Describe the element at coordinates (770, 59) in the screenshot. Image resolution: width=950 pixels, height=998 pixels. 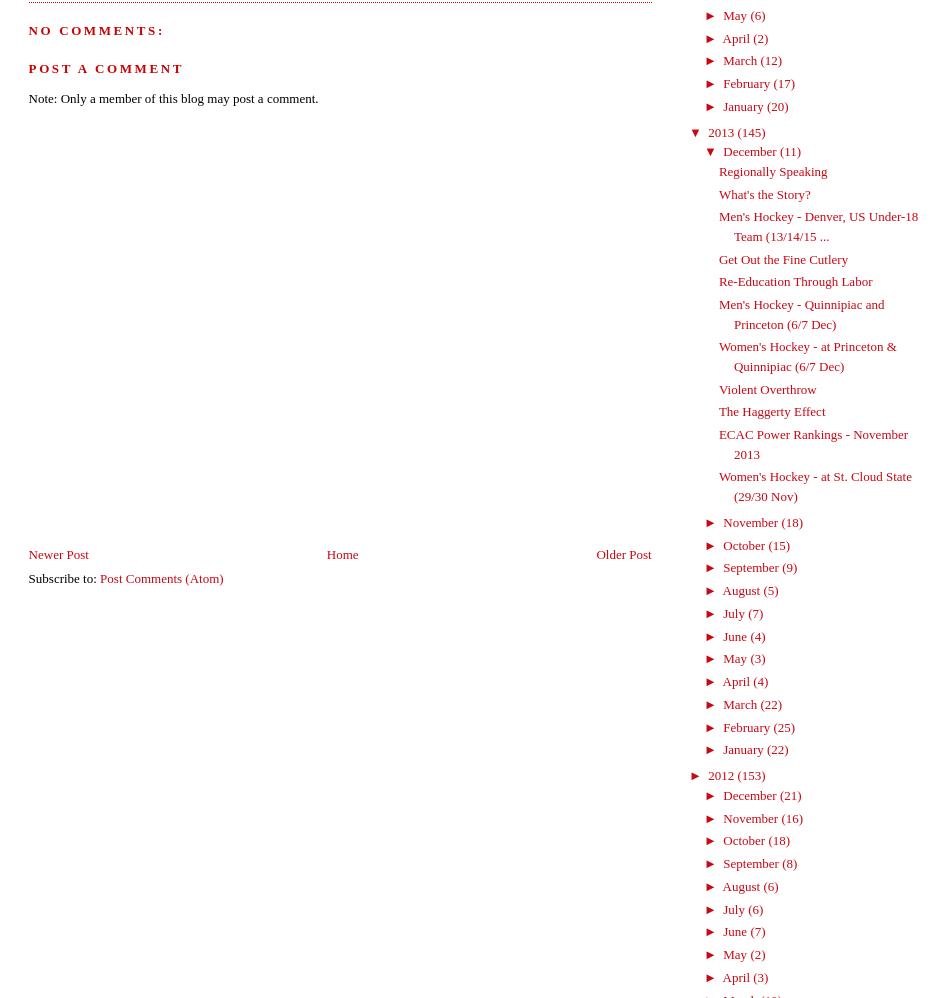
I see `'(12)'` at that location.